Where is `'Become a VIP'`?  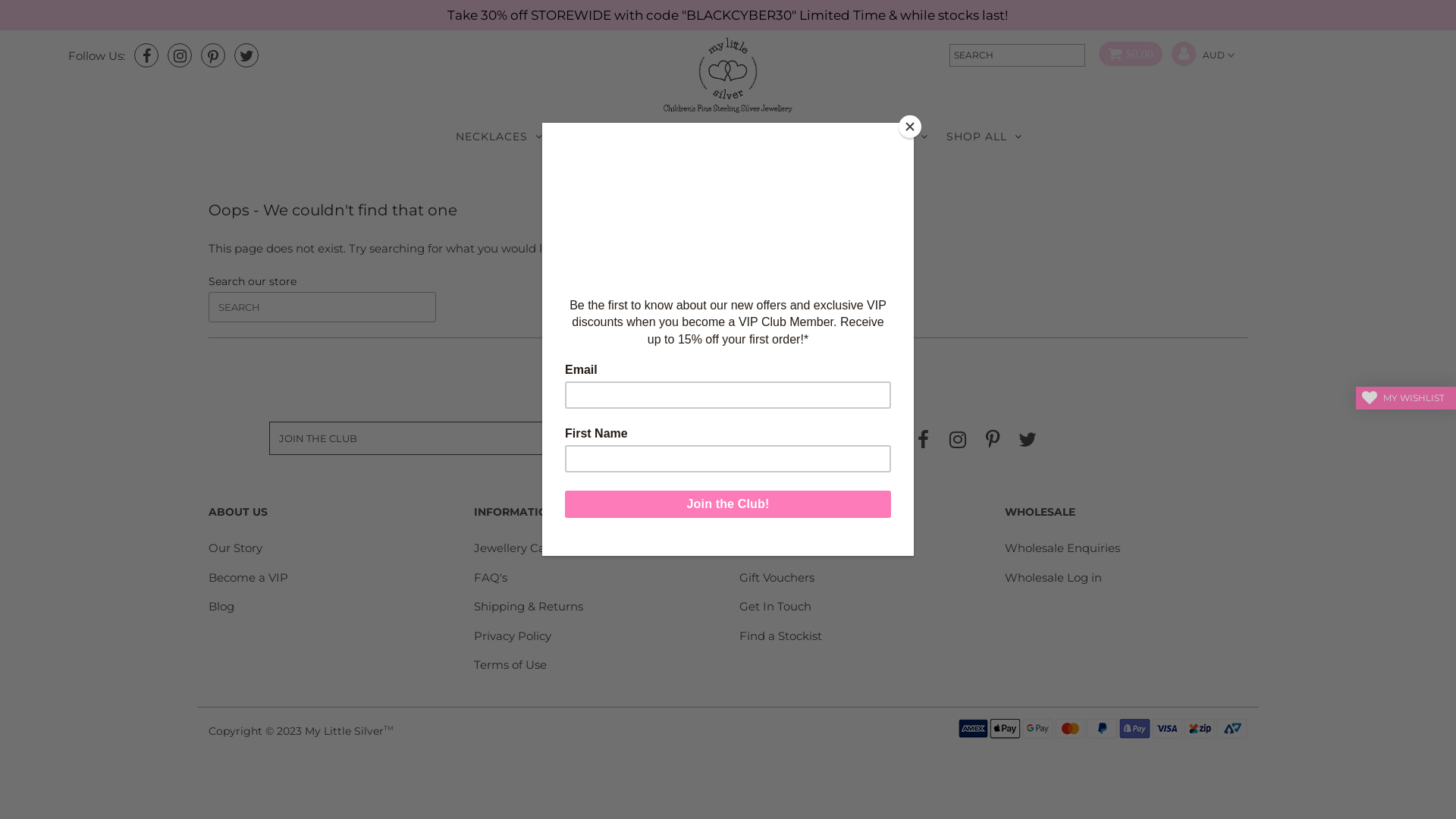
'Become a VIP' is located at coordinates (248, 577).